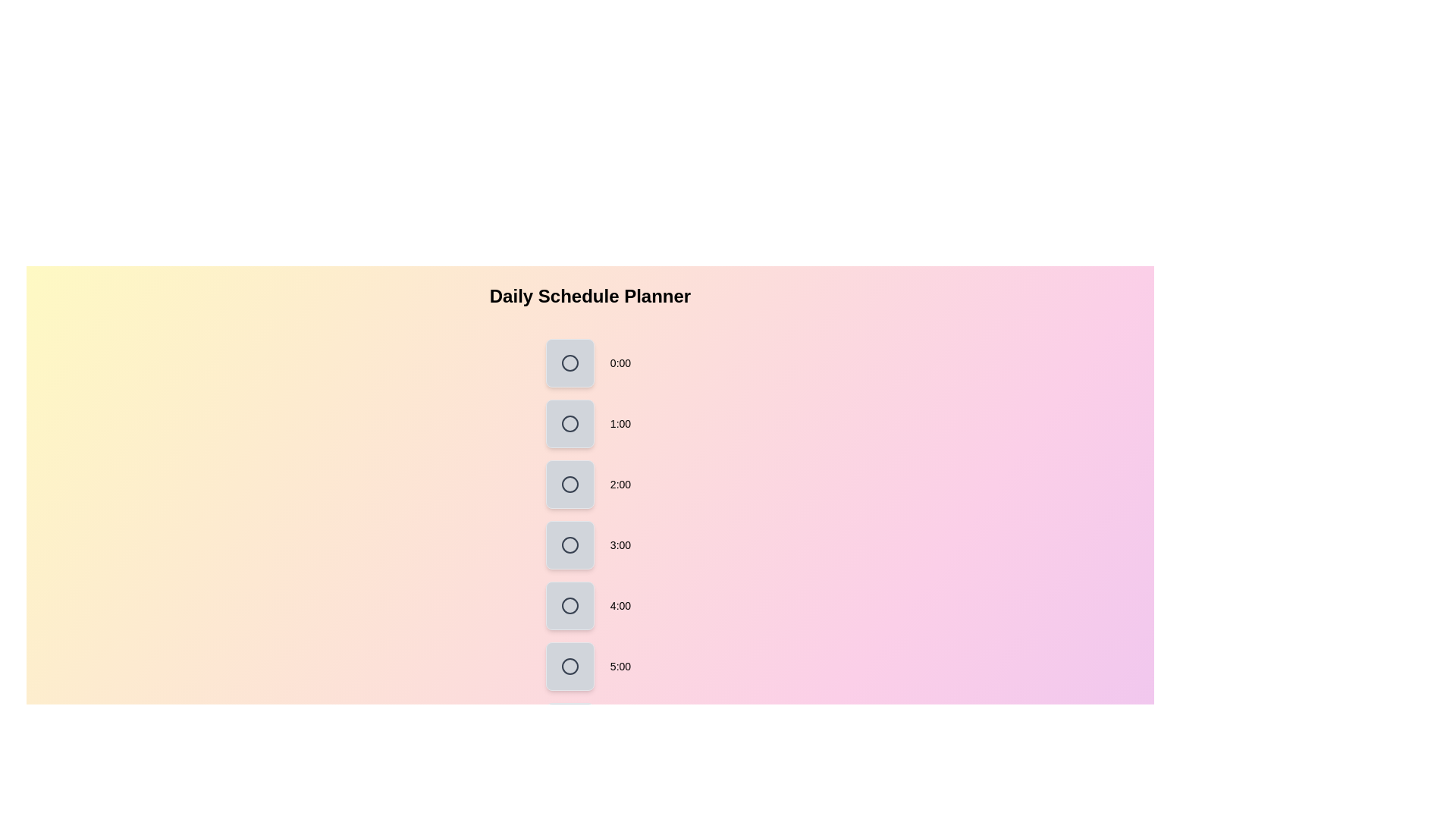  Describe the element at coordinates (570, 424) in the screenshot. I see `the hour block corresponding to 1:00` at that location.